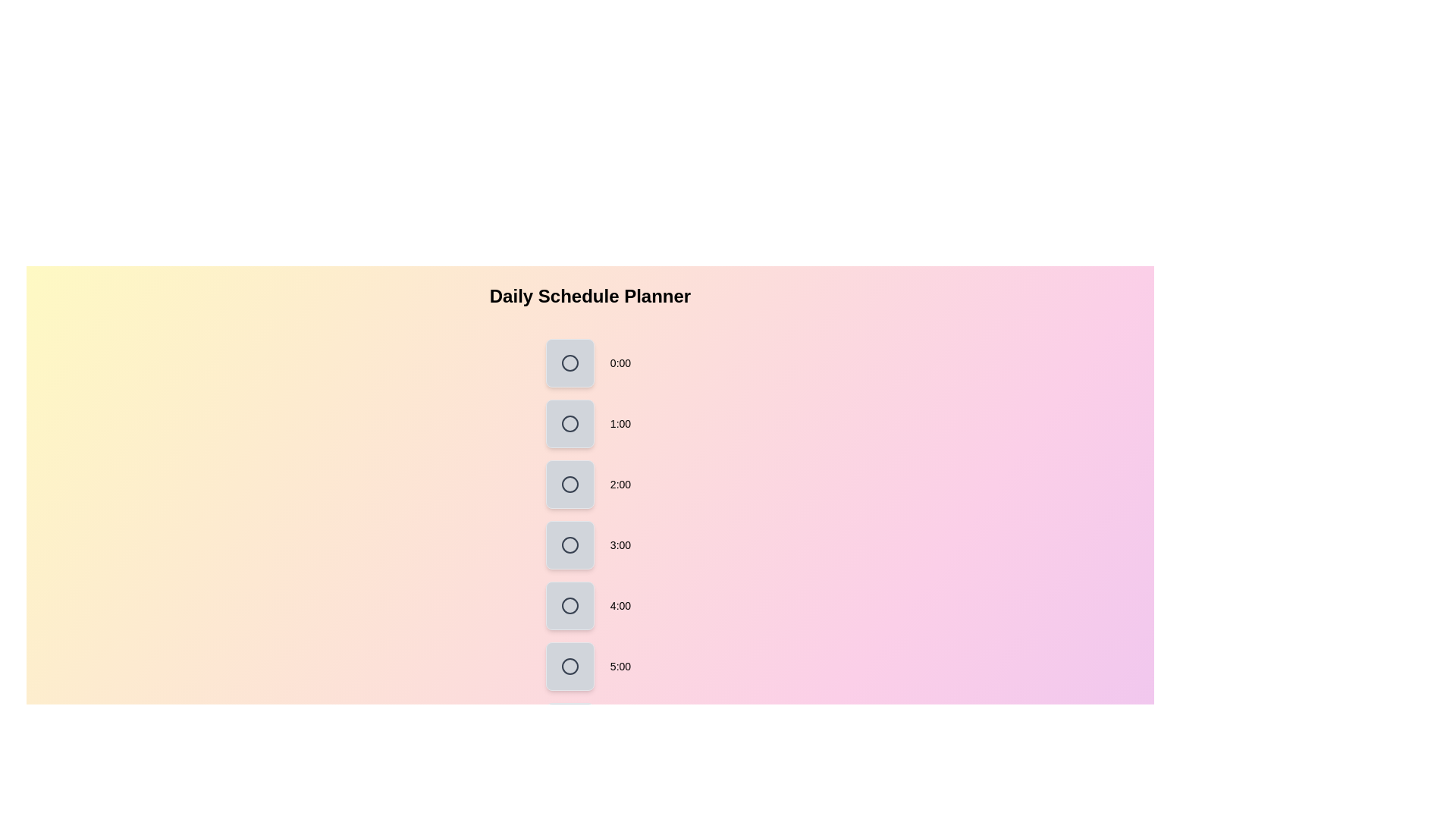  Describe the element at coordinates (570, 424) in the screenshot. I see `the hour block corresponding to 1:00` at that location.